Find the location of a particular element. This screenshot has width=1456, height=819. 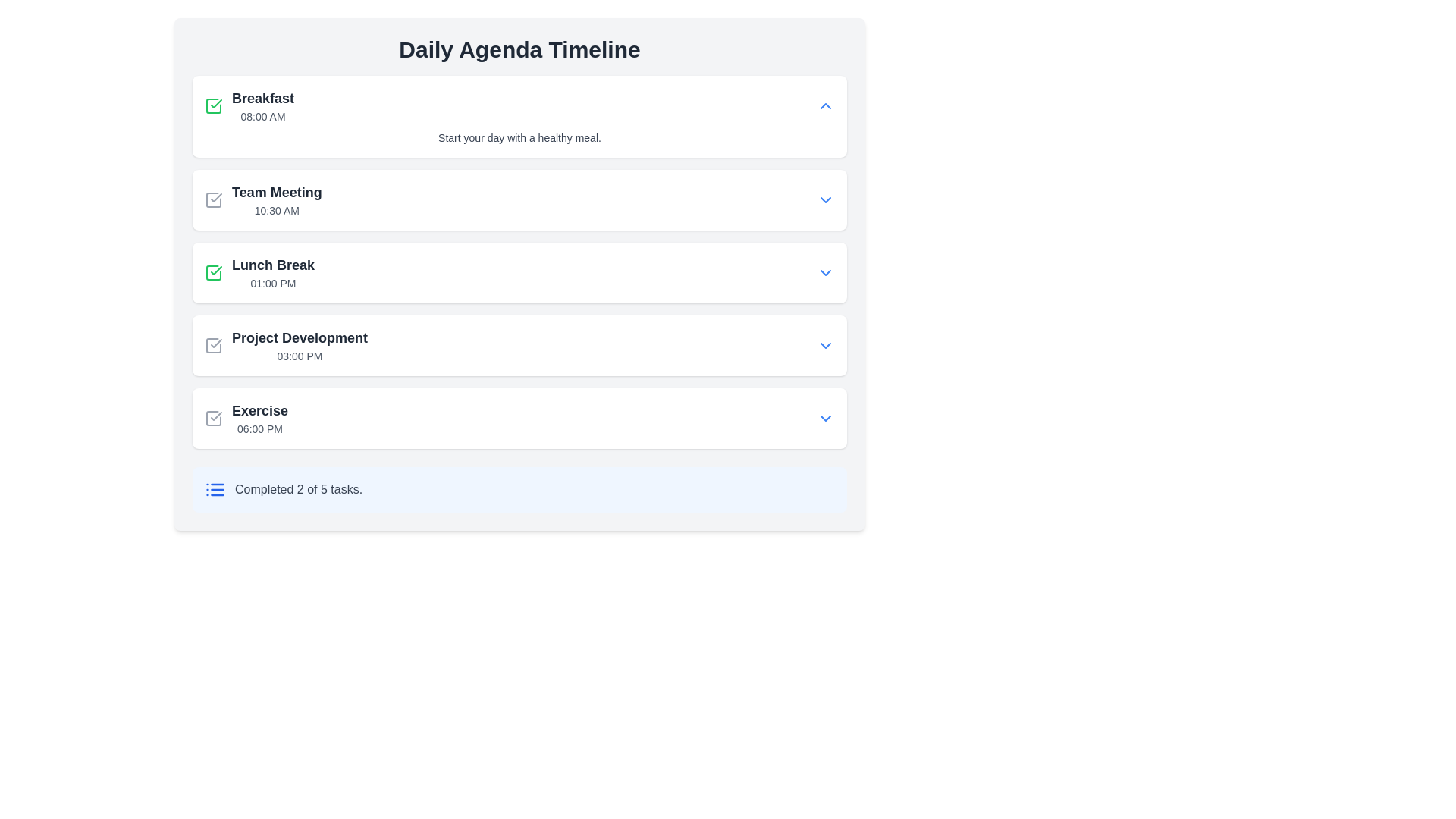

the Checkbox icon representing the status of the associated task located to the left of the 'Exercise' text and above the '06:00 PM' text in the last list item of the agenda is located at coordinates (213, 418).